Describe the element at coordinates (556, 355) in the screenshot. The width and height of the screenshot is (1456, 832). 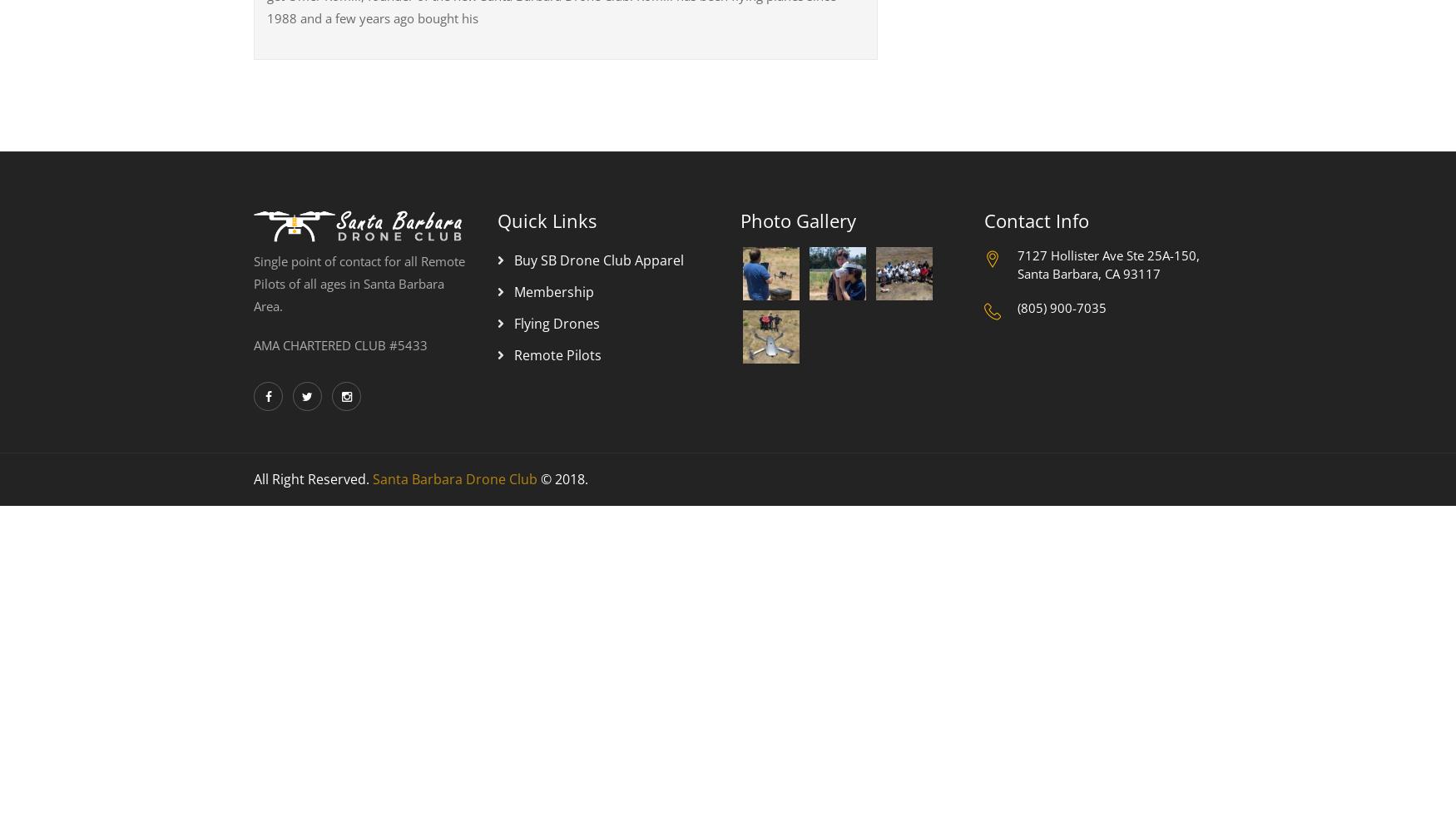
I see `'Remote Pilots'` at that location.